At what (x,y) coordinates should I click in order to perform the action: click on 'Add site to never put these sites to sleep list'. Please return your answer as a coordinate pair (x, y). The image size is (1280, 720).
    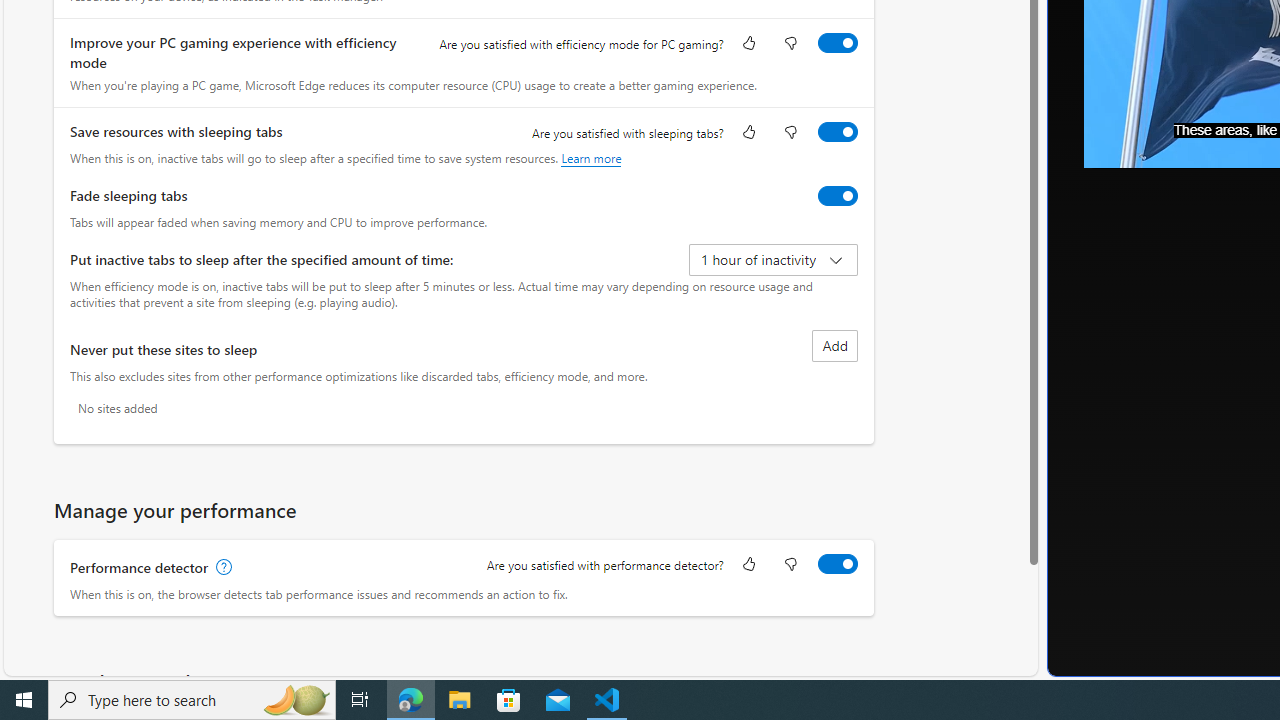
    Looking at the image, I should click on (834, 344).